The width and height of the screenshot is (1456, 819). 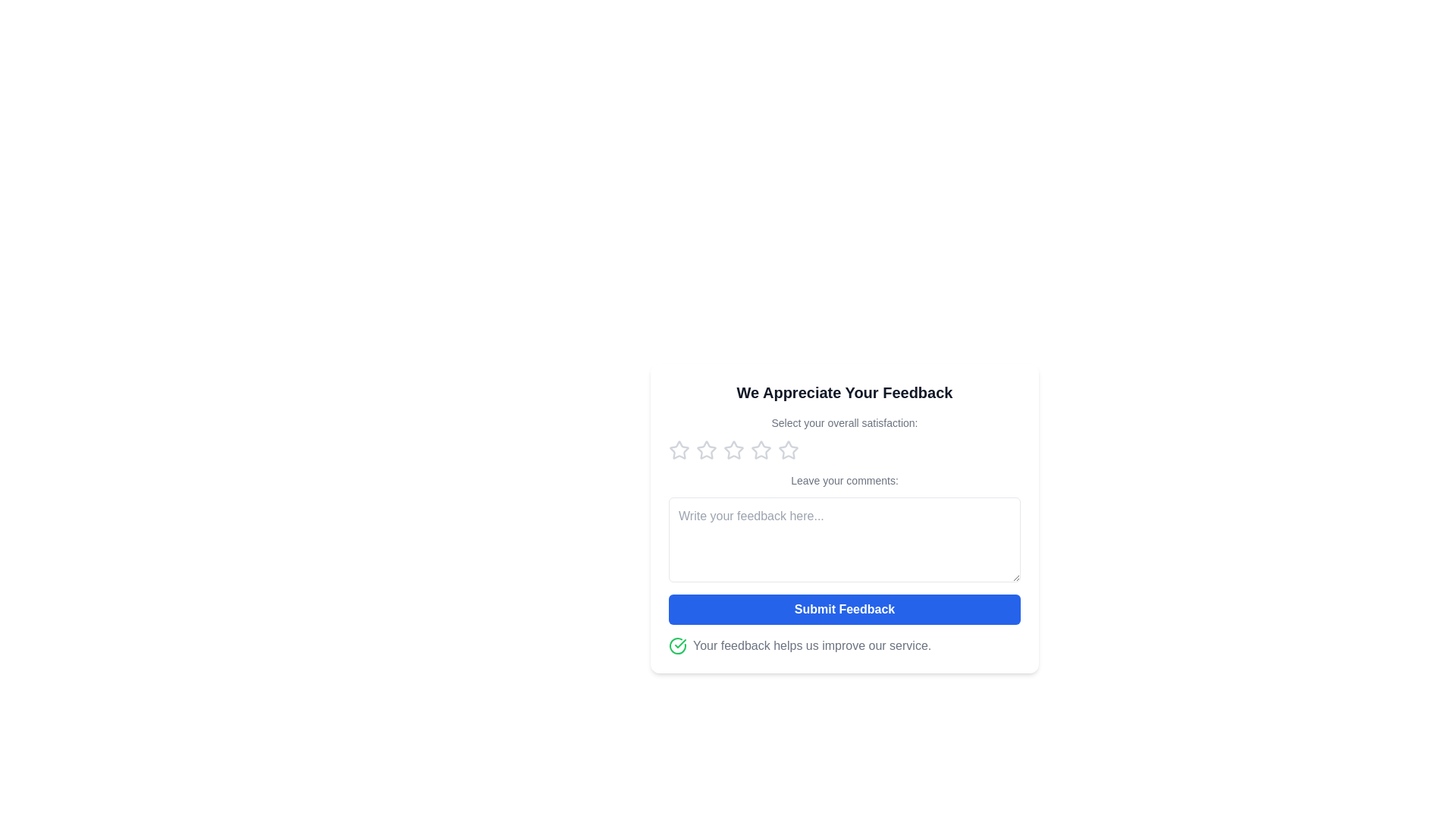 I want to click on the bold heading text label that reads 'We Appreciate Your Feedback', which is prominently displayed at the top of the feedback form card, so click(x=843, y=391).